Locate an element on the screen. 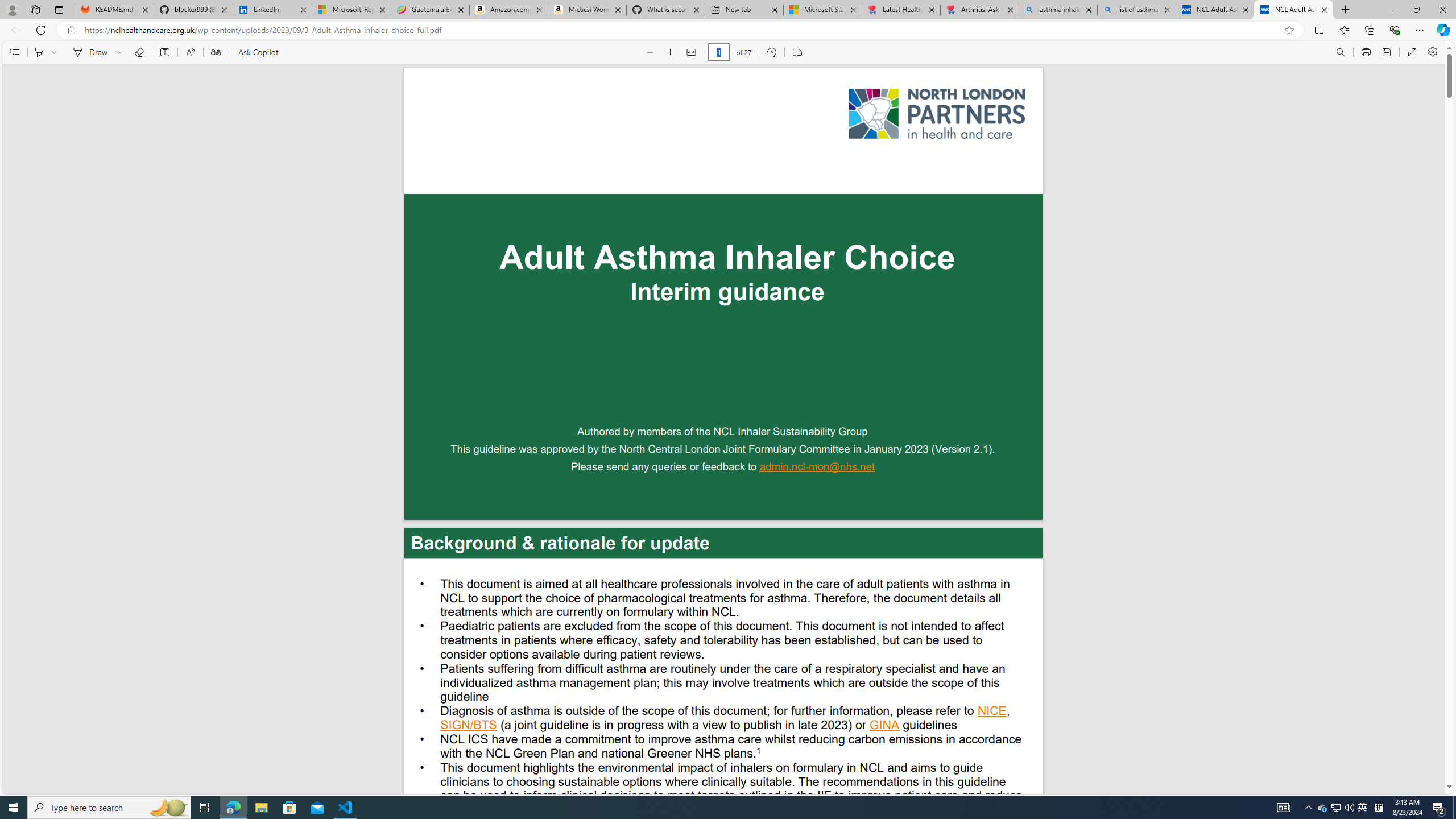 The image size is (1456, 819). 'Highlight' is located at coordinates (39, 52).